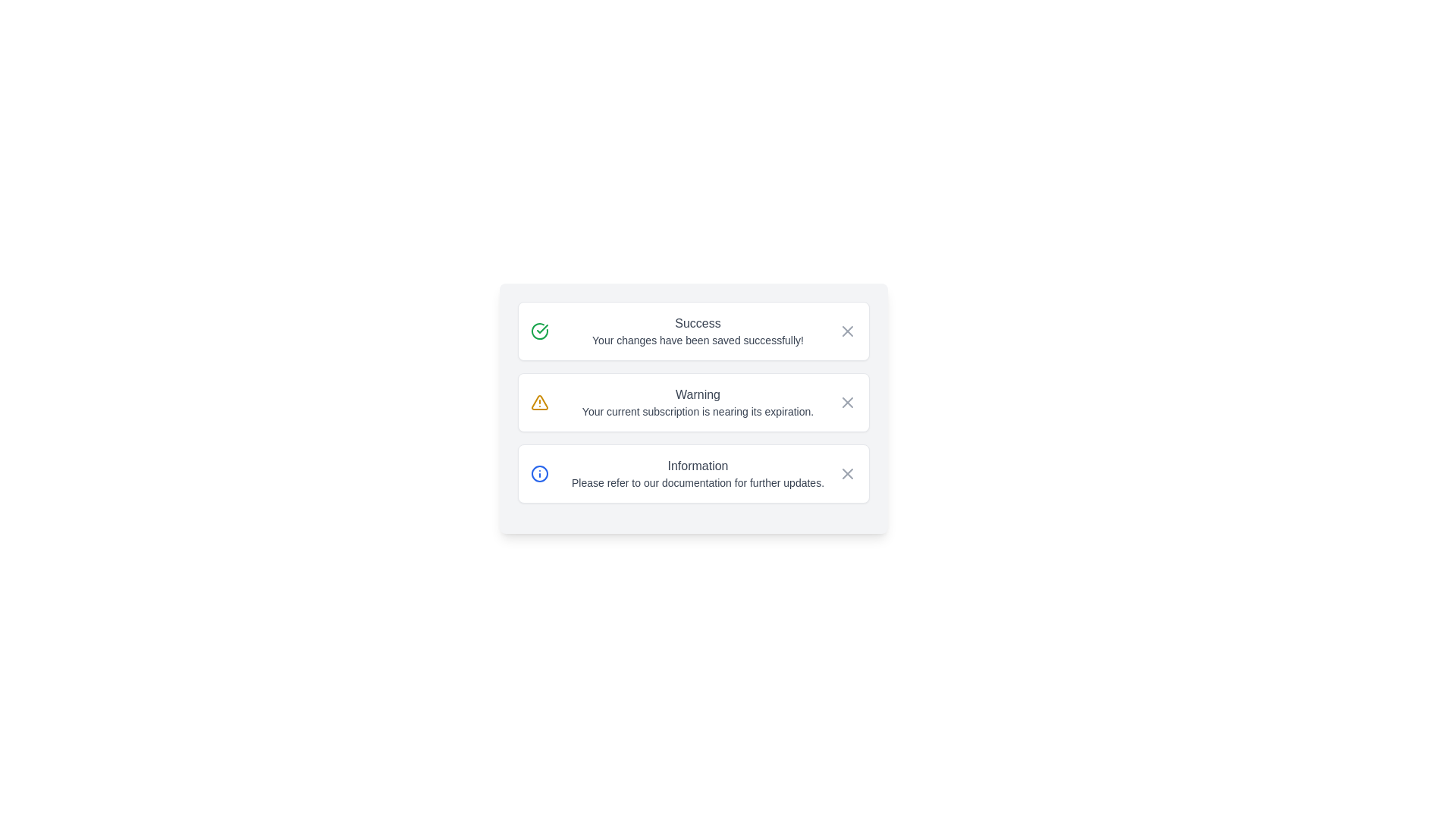  Describe the element at coordinates (697, 323) in the screenshot. I see `the Header text element that indicates the success of an operation, located in the top section of a notification card` at that location.